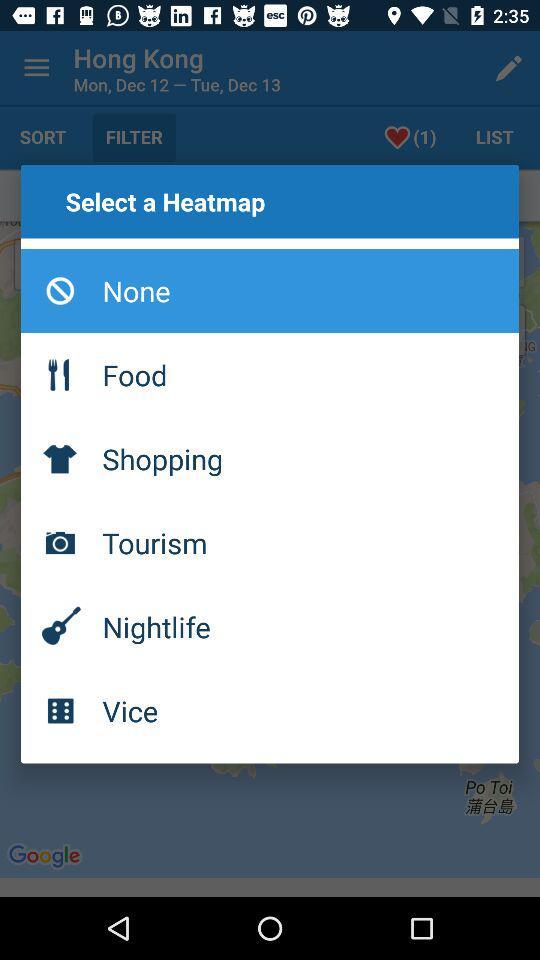 The height and width of the screenshot is (960, 540). What do you see at coordinates (270, 289) in the screenshot?
I see `item above food item` at bounding box center [270, 289].